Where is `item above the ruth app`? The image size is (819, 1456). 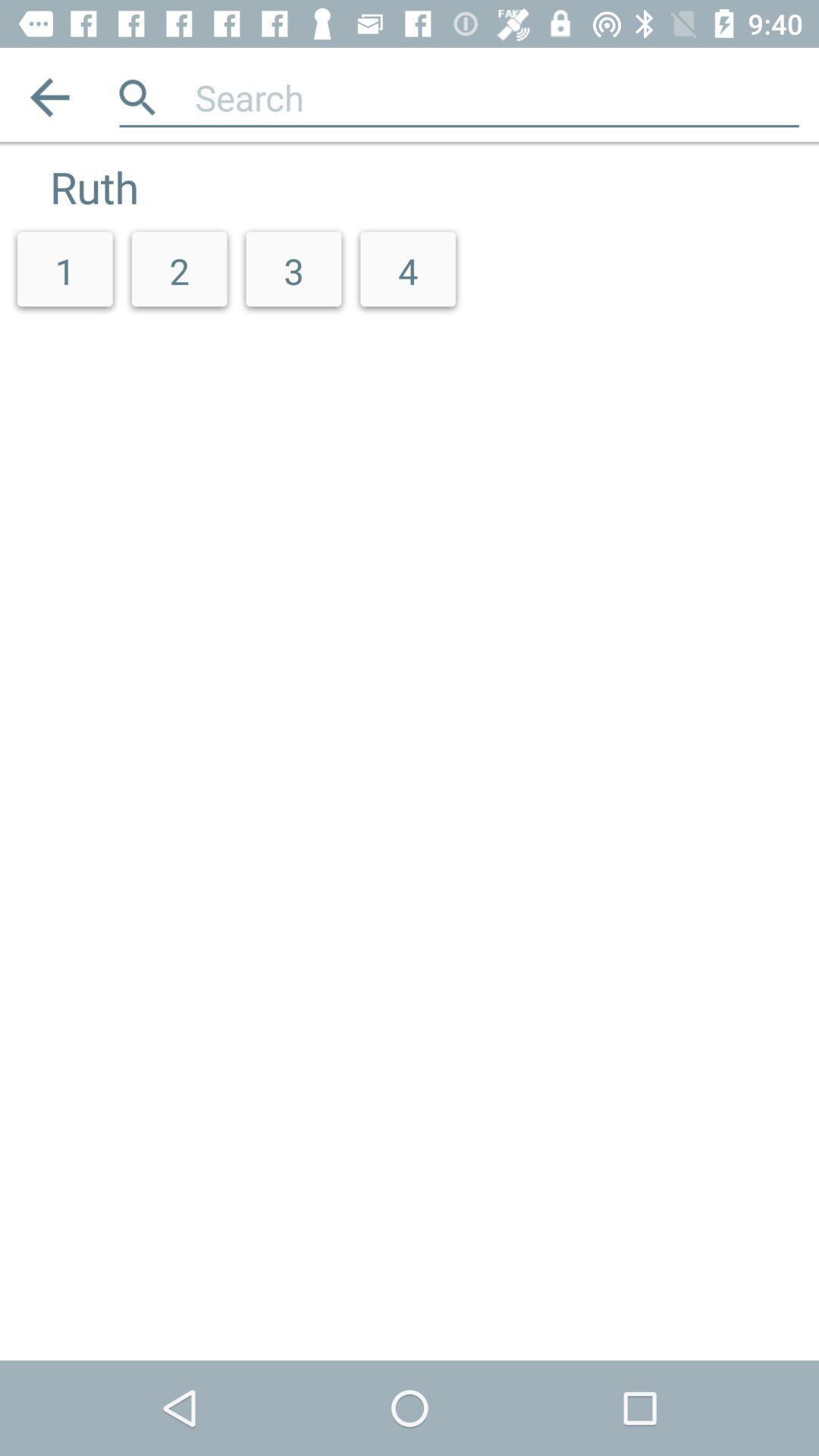
item above the ruth app is located at coordinates (49, 96).